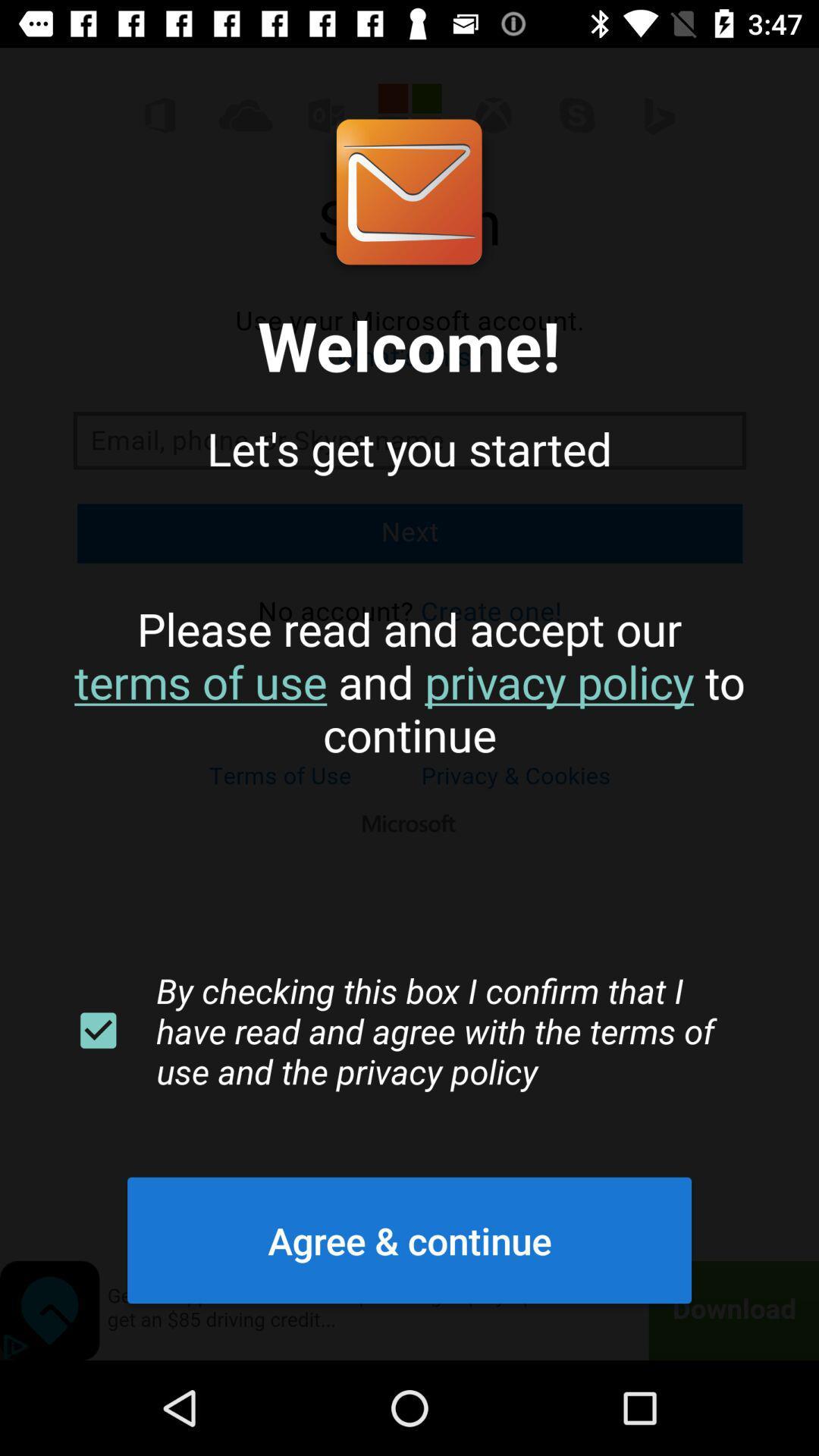 The width and height of the screenshot is (819, 1456). What do you see at coordinates (98, 1031) in the screenshot?
I see `button above agree & continue icon` at bounding box center [98, 1031].